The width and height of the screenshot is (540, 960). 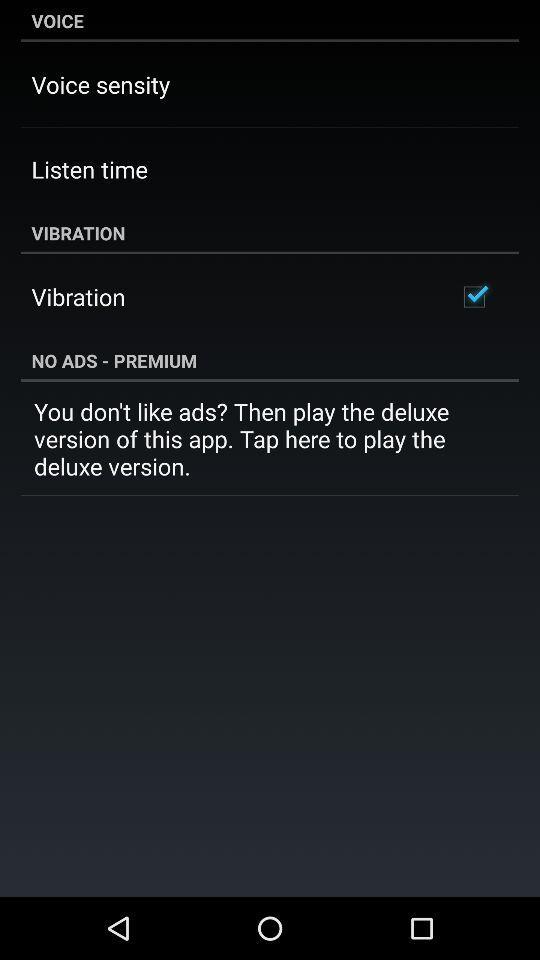 What do you see at coordinates (473, 296) in the screenshot?
I see `item below the vibration app` at bounding box center [473, 296].